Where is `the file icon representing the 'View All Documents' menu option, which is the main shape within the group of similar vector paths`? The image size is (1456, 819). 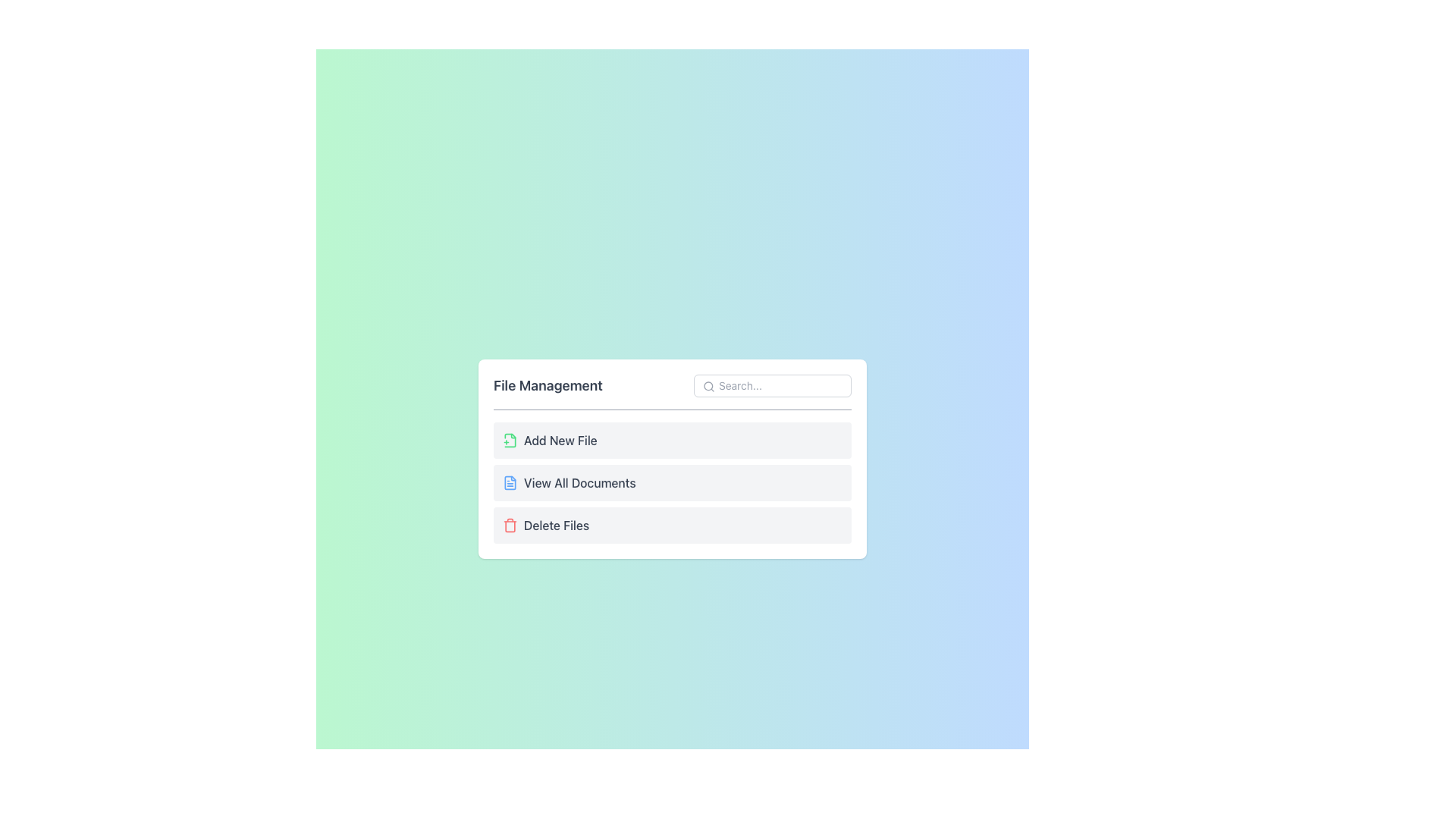 the file icon representing the 'View All Documents' menu option, which is the main shape within the group of similar vector paths is located at coordinates (510, 482).